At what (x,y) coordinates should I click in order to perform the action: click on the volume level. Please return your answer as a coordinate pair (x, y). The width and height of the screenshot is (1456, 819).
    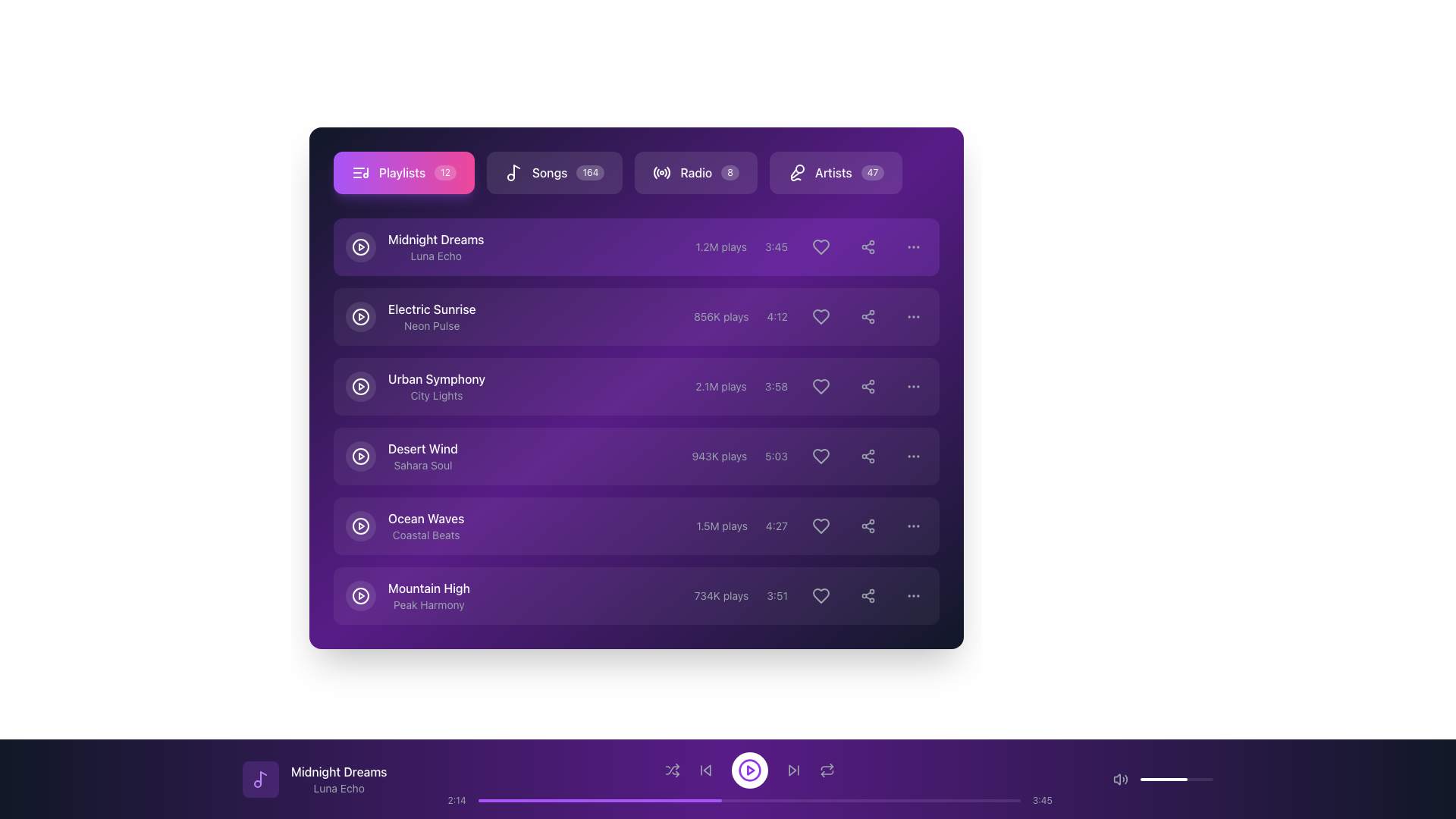
    Looking at the image, I should click on (1208, 780).